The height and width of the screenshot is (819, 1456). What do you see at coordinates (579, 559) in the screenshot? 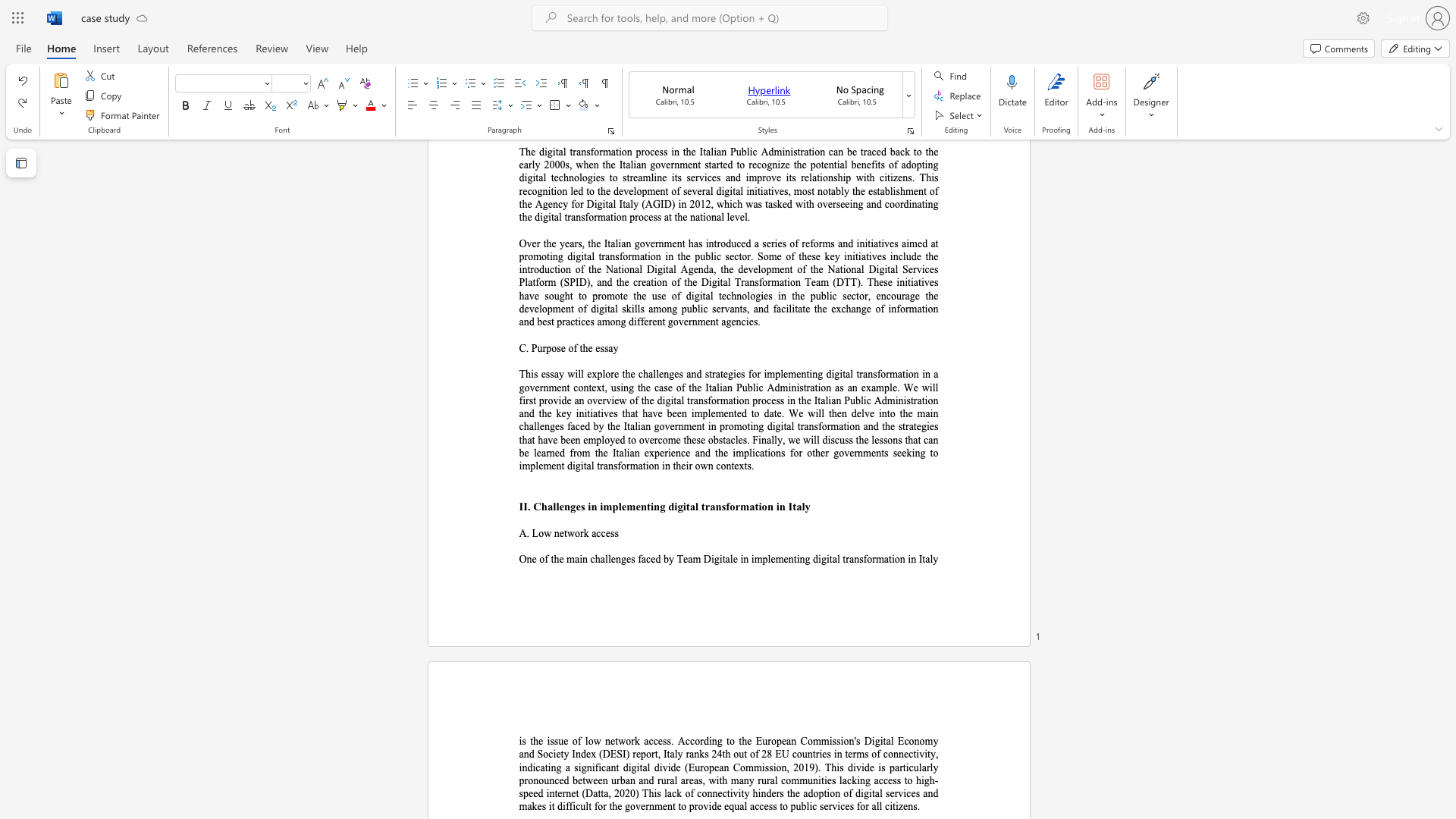
I see `the subset text "in challenges faced by Team Digitale in implementing digital transfor" within the text "One of the main challenges faced by Team Digitale in implementing digital transformation in Italy"` at bounding box center [579, 559].